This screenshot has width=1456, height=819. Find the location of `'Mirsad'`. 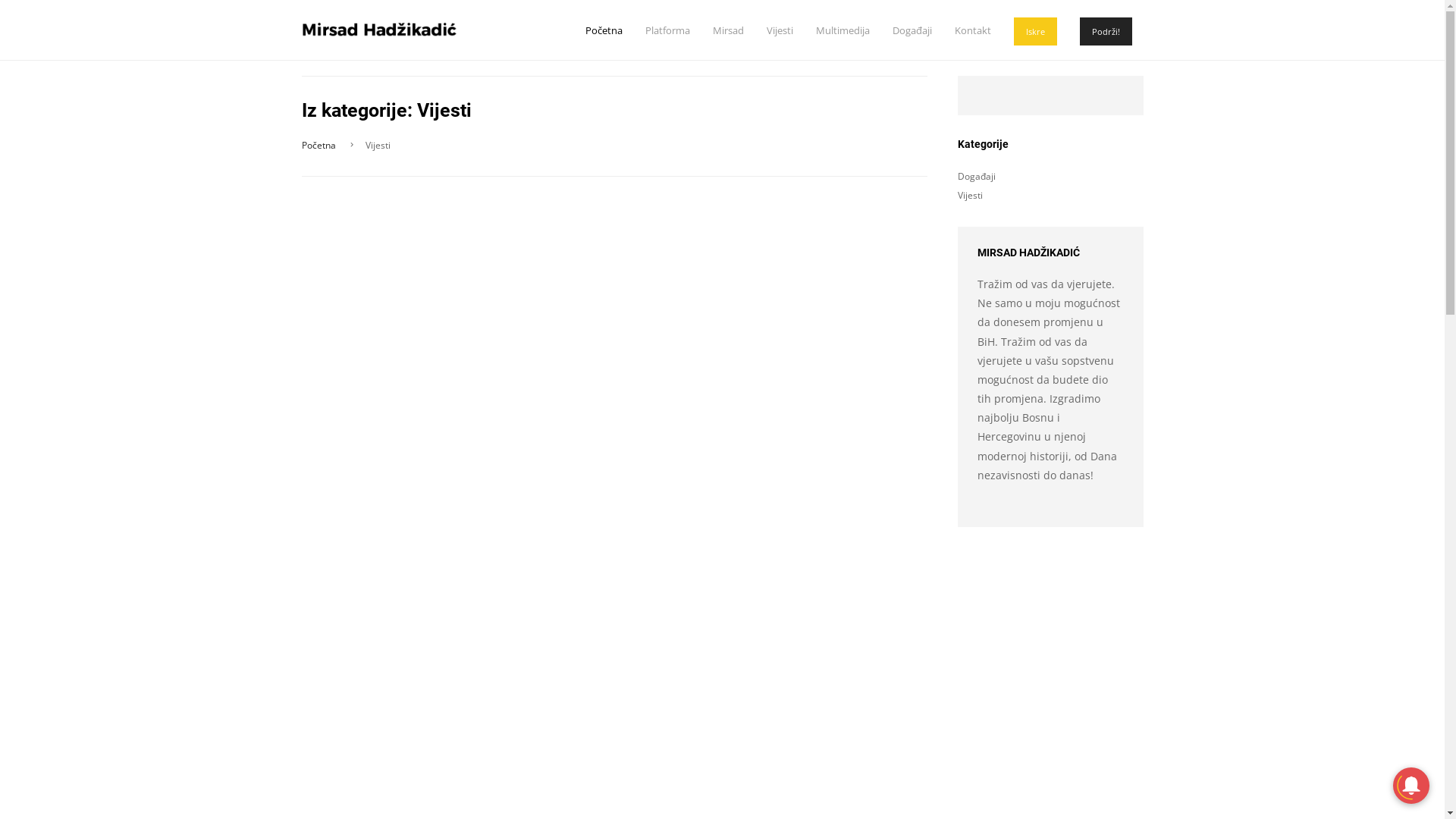

'Mirsad' is located at coordinates (728, 30).